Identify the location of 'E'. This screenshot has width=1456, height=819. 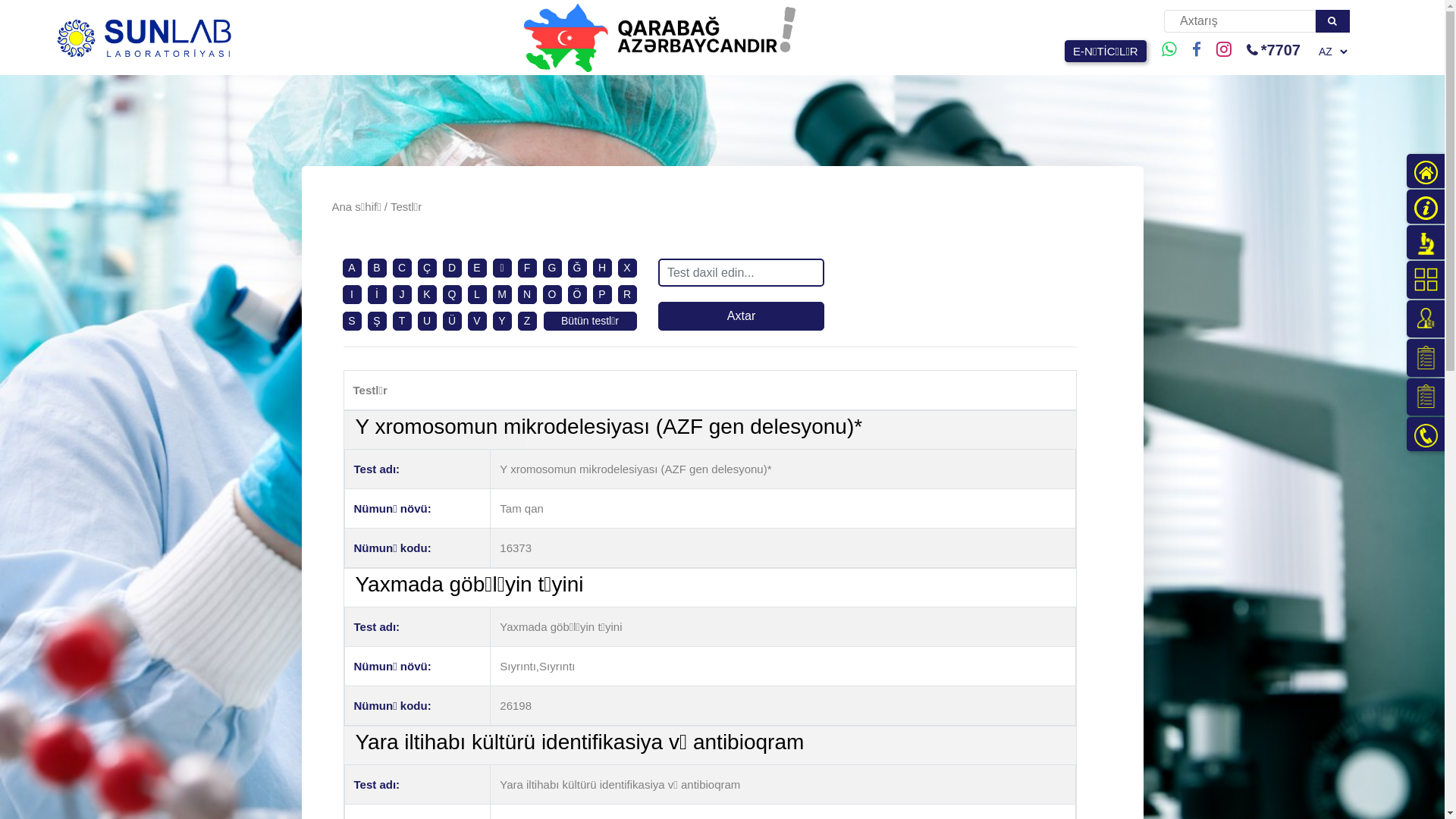
(475, 267).